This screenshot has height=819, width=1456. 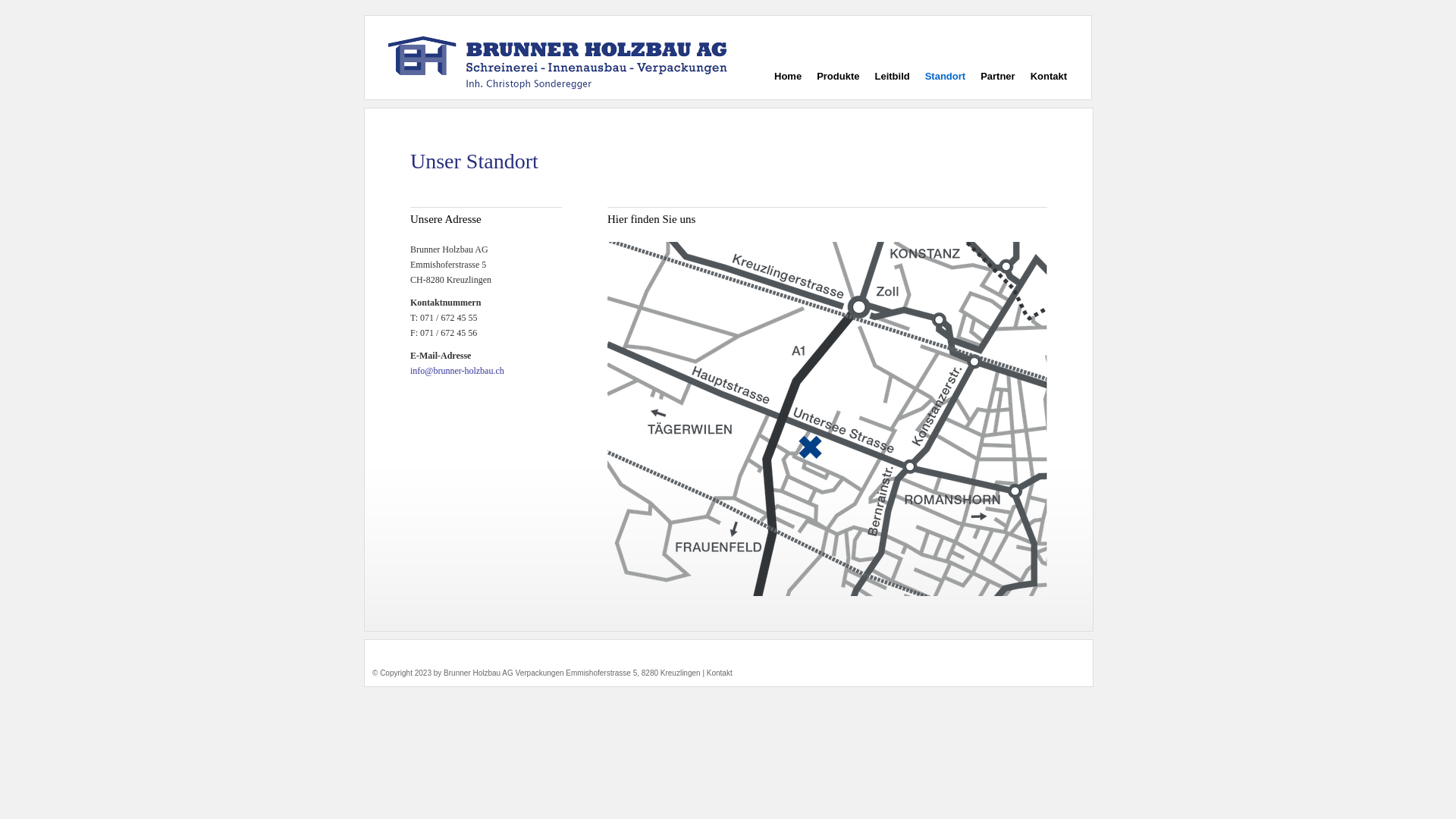 I want to click on 'Partner', so click(x=997, y=76).